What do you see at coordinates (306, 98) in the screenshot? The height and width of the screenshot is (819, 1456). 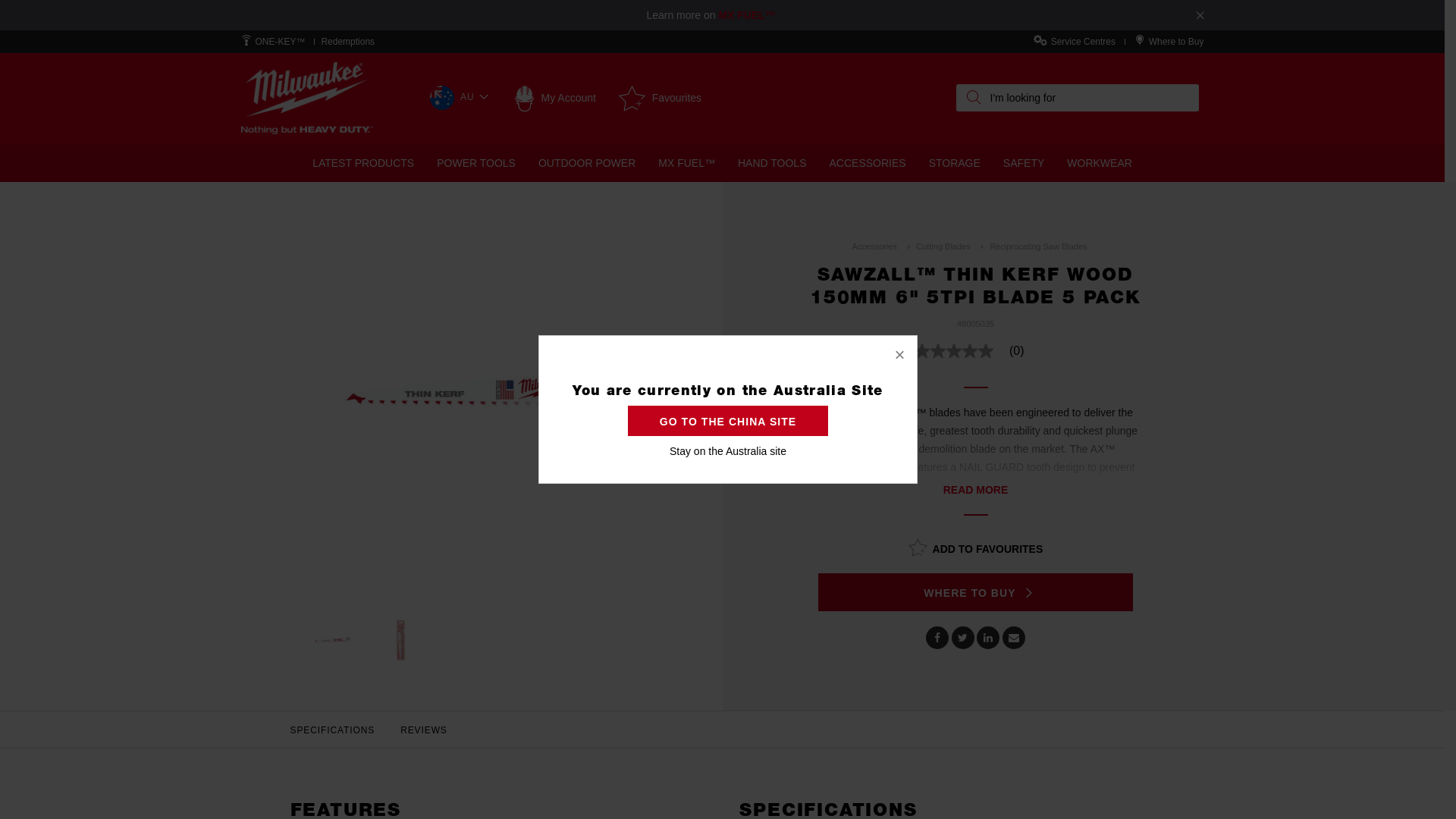 I see `'Milwaukee Tool Australia'` at bounding box center [306, 98].